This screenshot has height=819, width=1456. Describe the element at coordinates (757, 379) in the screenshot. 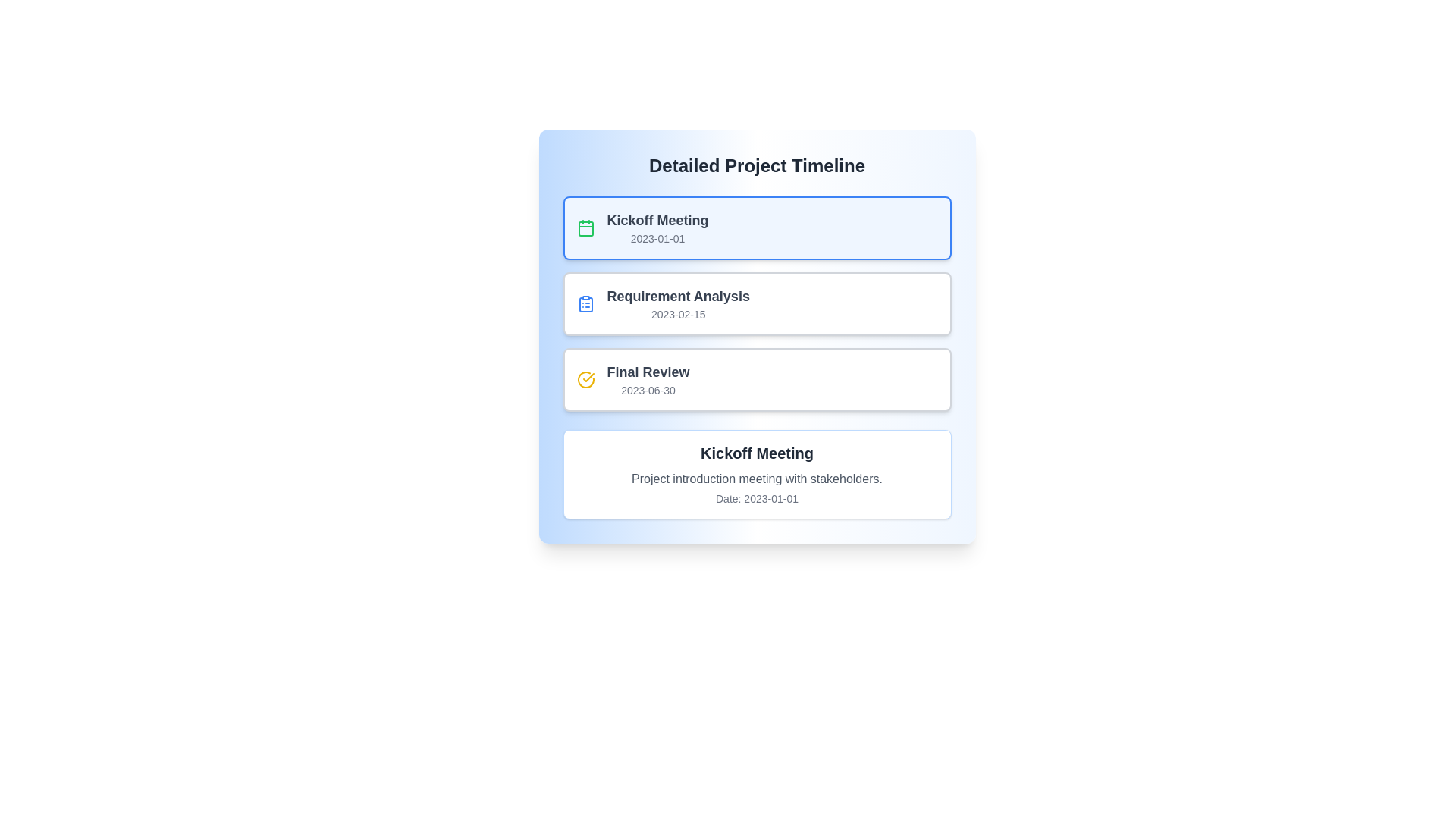

I see `the 'Final Review' card, which is the third card in the vertical stack` at that location.